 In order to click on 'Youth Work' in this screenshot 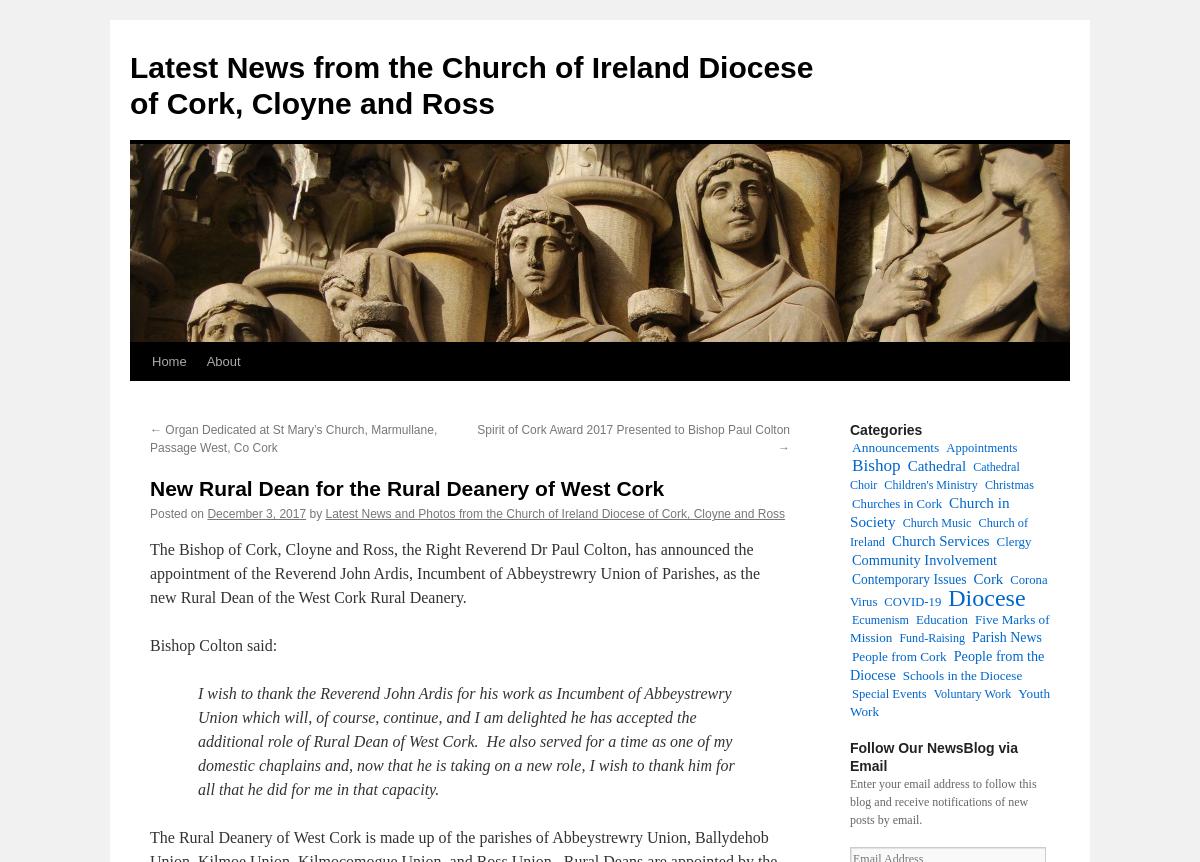, I will do `click(949, 701)`.